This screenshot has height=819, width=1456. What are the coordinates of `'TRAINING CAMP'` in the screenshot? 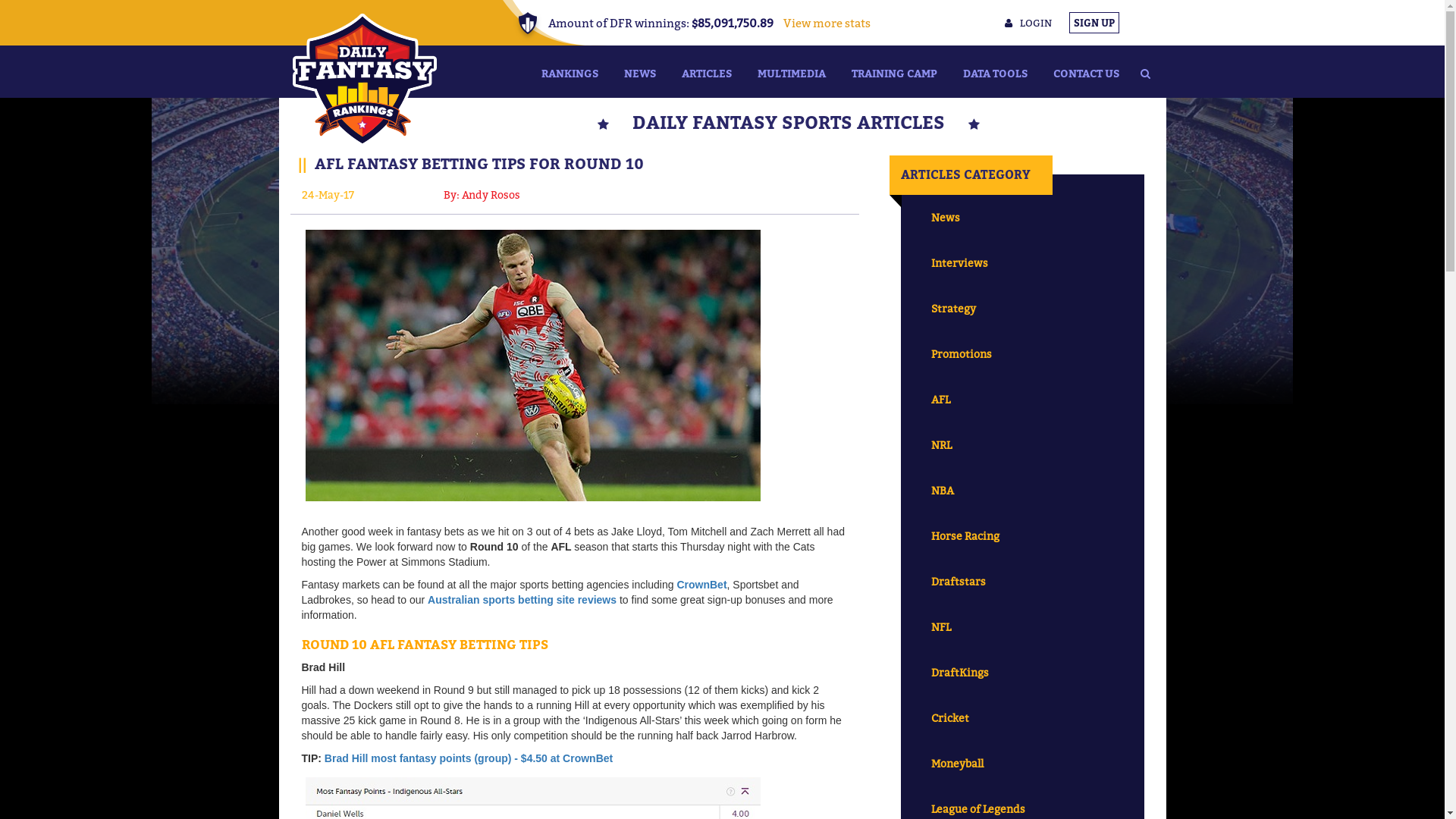 It's located at (894, 71).